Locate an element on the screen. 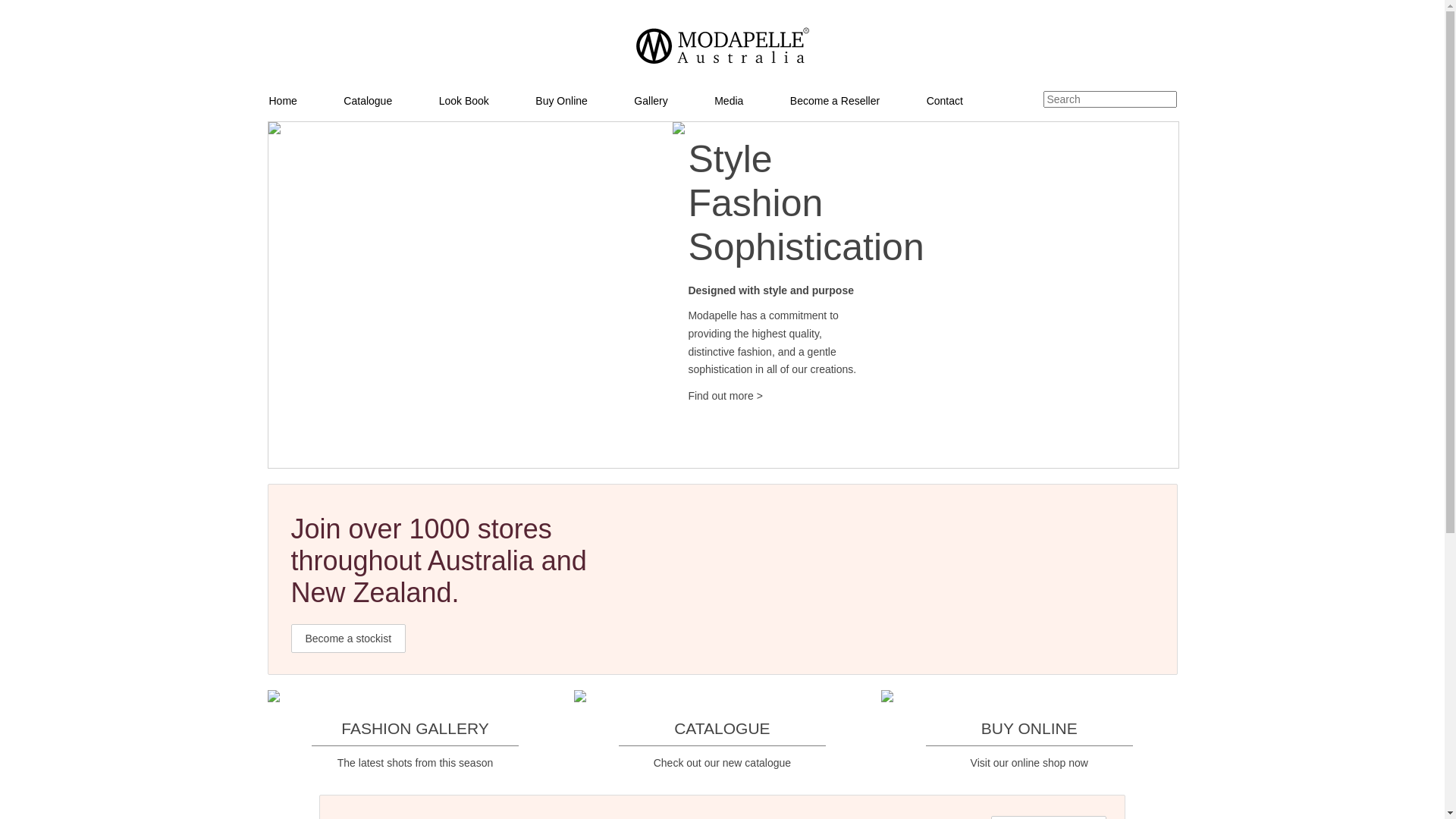 The height and width of the screenshot is (819, 1456). 'Look Book' is located at coordinates (487, 100).